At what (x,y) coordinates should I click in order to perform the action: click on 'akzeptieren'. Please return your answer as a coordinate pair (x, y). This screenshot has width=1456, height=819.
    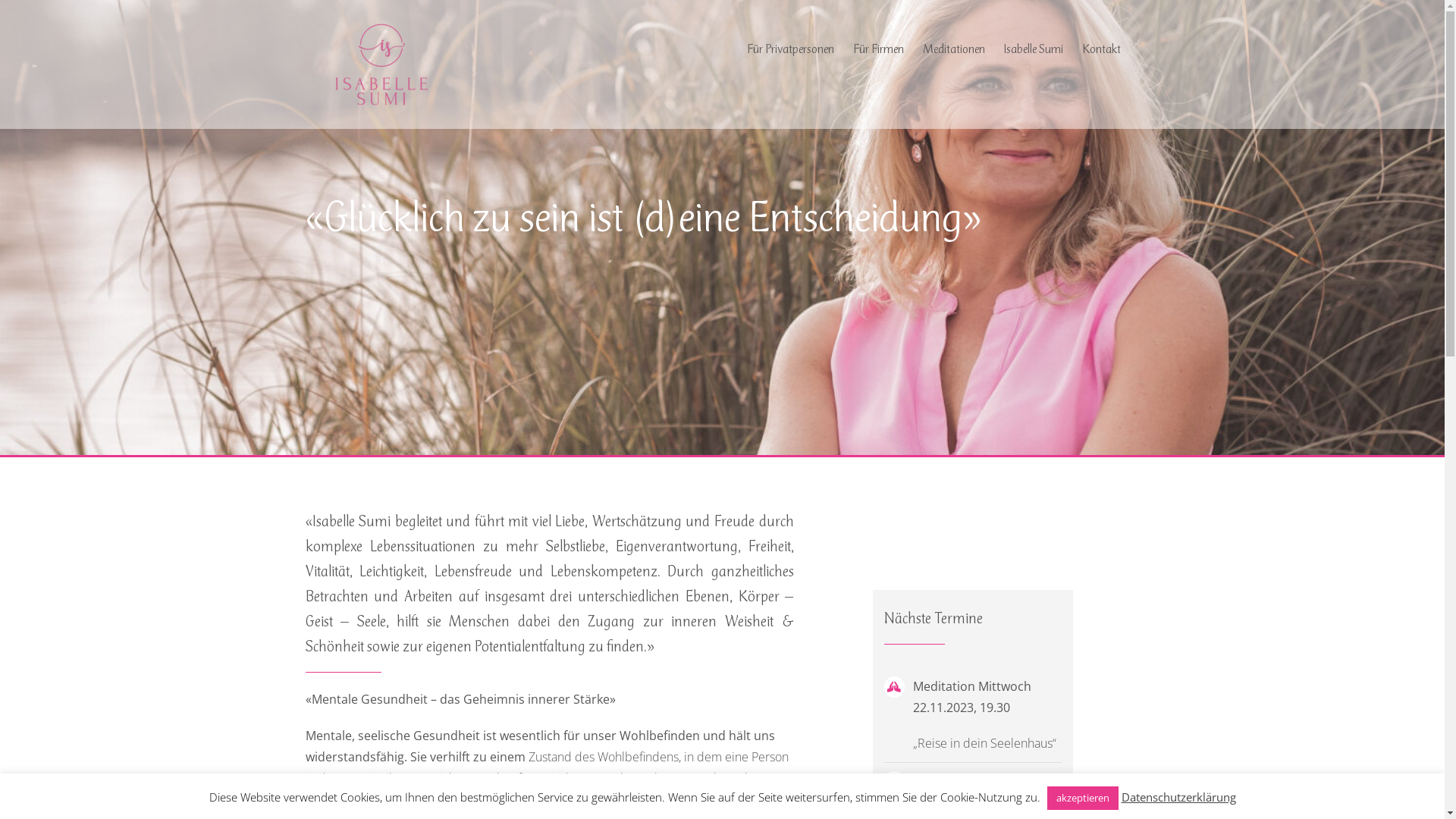
    Looking at the image, I should click on (1081, 797).